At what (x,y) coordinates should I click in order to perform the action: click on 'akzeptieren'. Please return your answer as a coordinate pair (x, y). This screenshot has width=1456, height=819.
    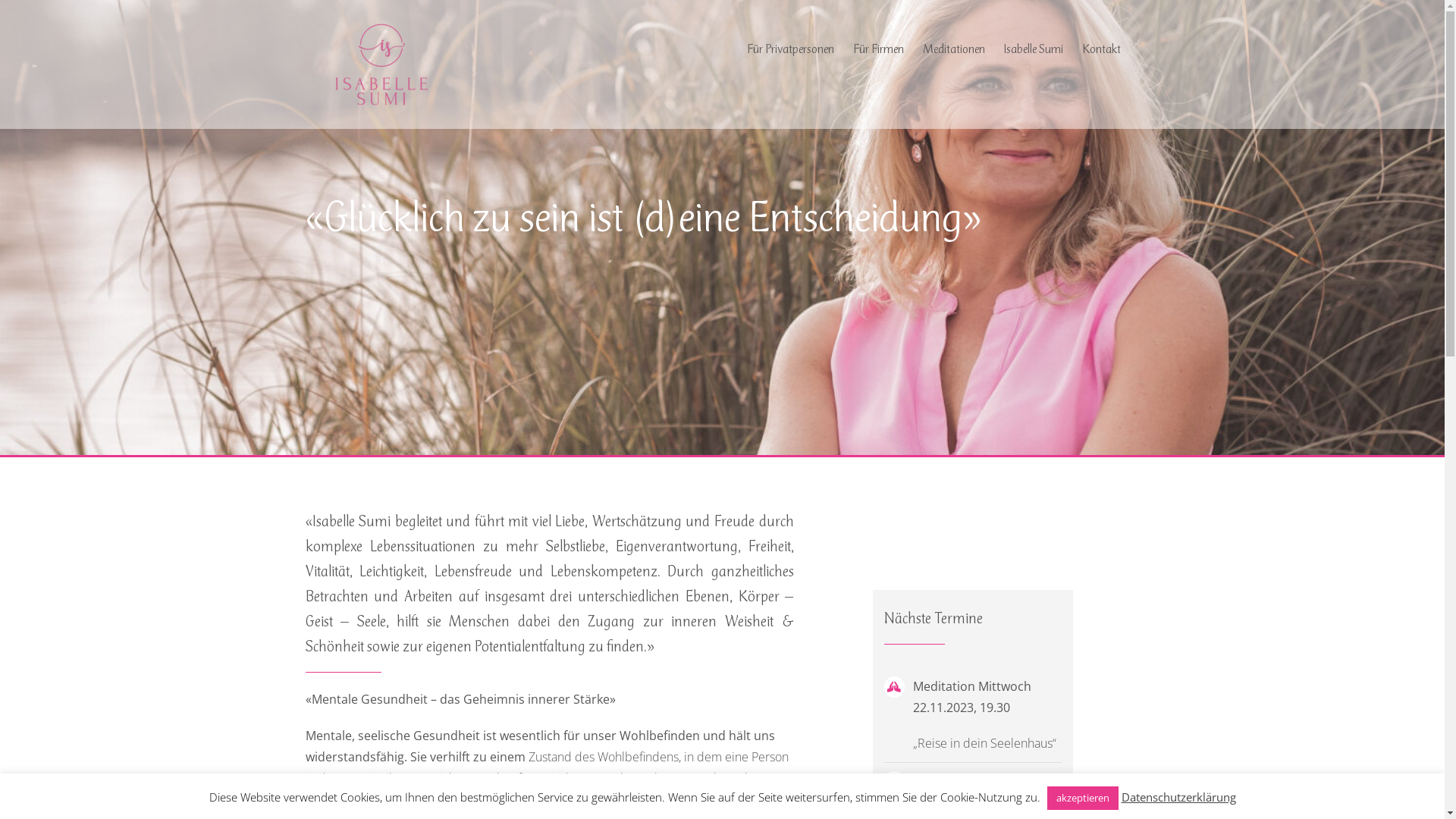
    Looking at the image, I should click on (1081, 797).